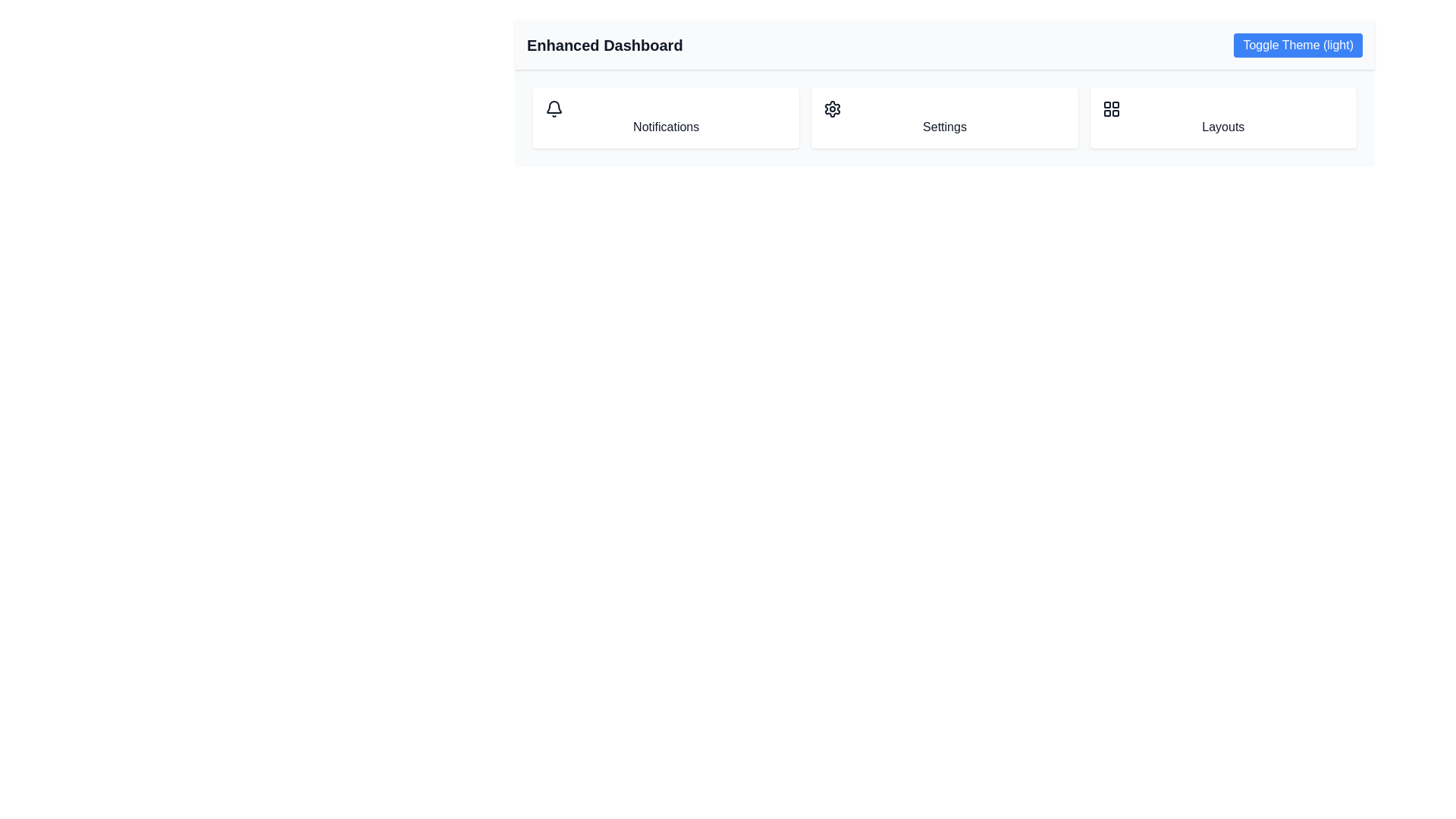 This screenshot has width=1456, height=819. What do you see at coordinates (832, 108) in the screenshot?
I see `the gear icon` at bounding box center [832, 108].